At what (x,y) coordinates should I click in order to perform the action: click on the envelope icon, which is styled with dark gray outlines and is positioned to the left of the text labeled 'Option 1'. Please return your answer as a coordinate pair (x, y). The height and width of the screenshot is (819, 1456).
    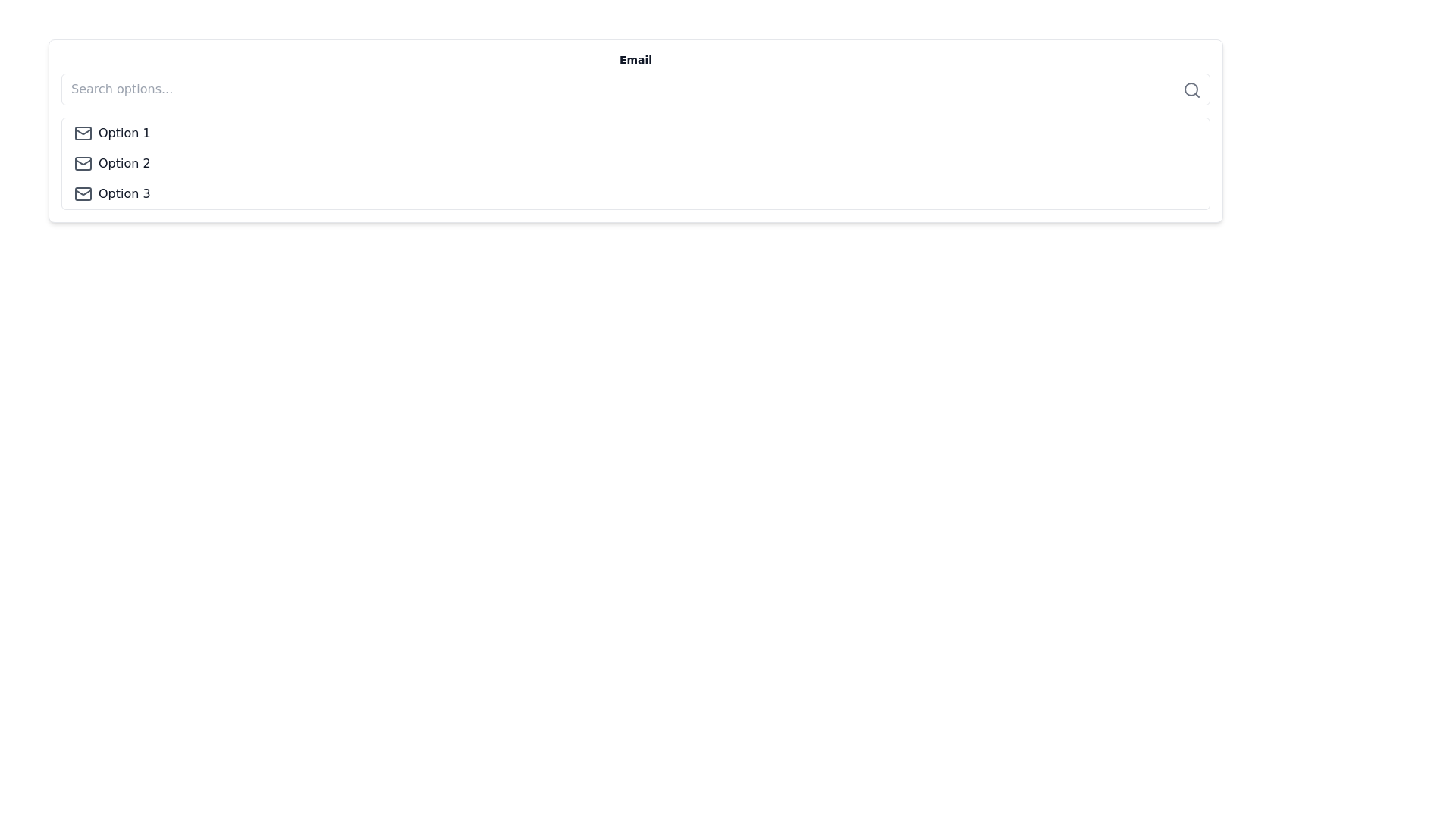
    Looking at the image, I should click on (83, 133).